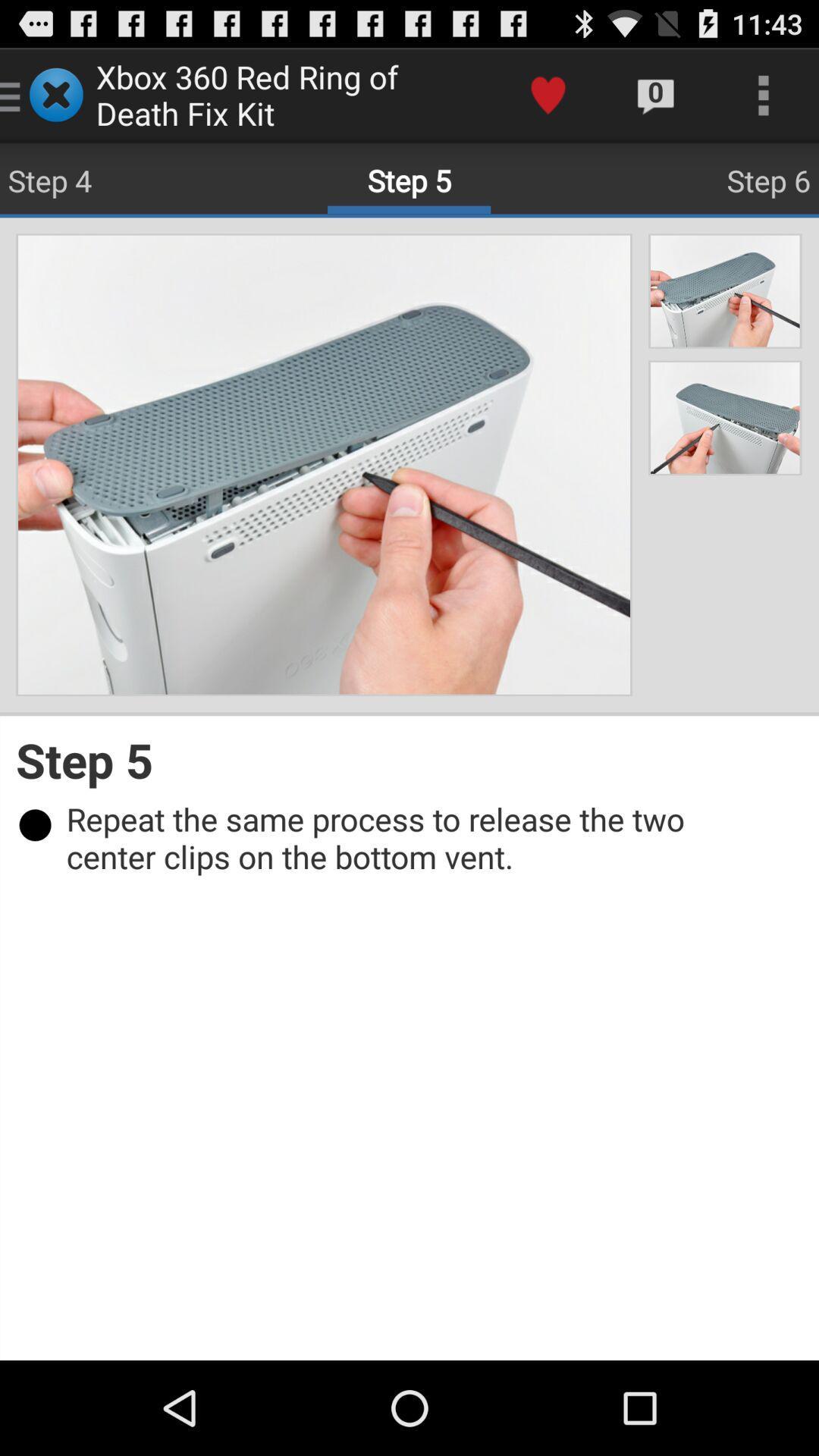  What do you see at coordinates (409, 760) in the screenshot?
I see `step 5 icon` at bounding box center [409, 760].